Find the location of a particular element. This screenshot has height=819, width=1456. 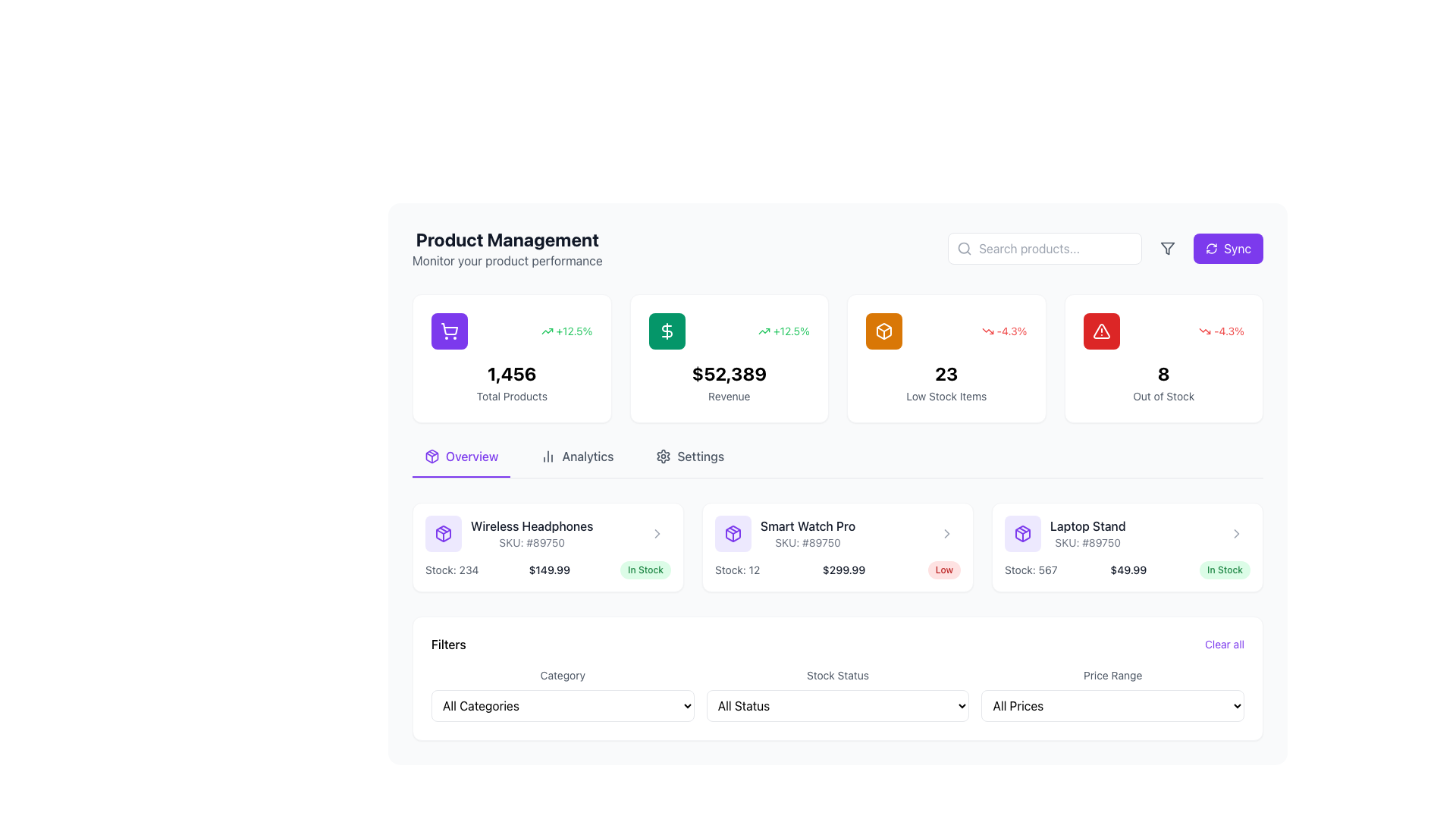

the static text label that provides context for the main heading 'Product Management', which is positioned directly underneath it is located at coordinates (507, 259).